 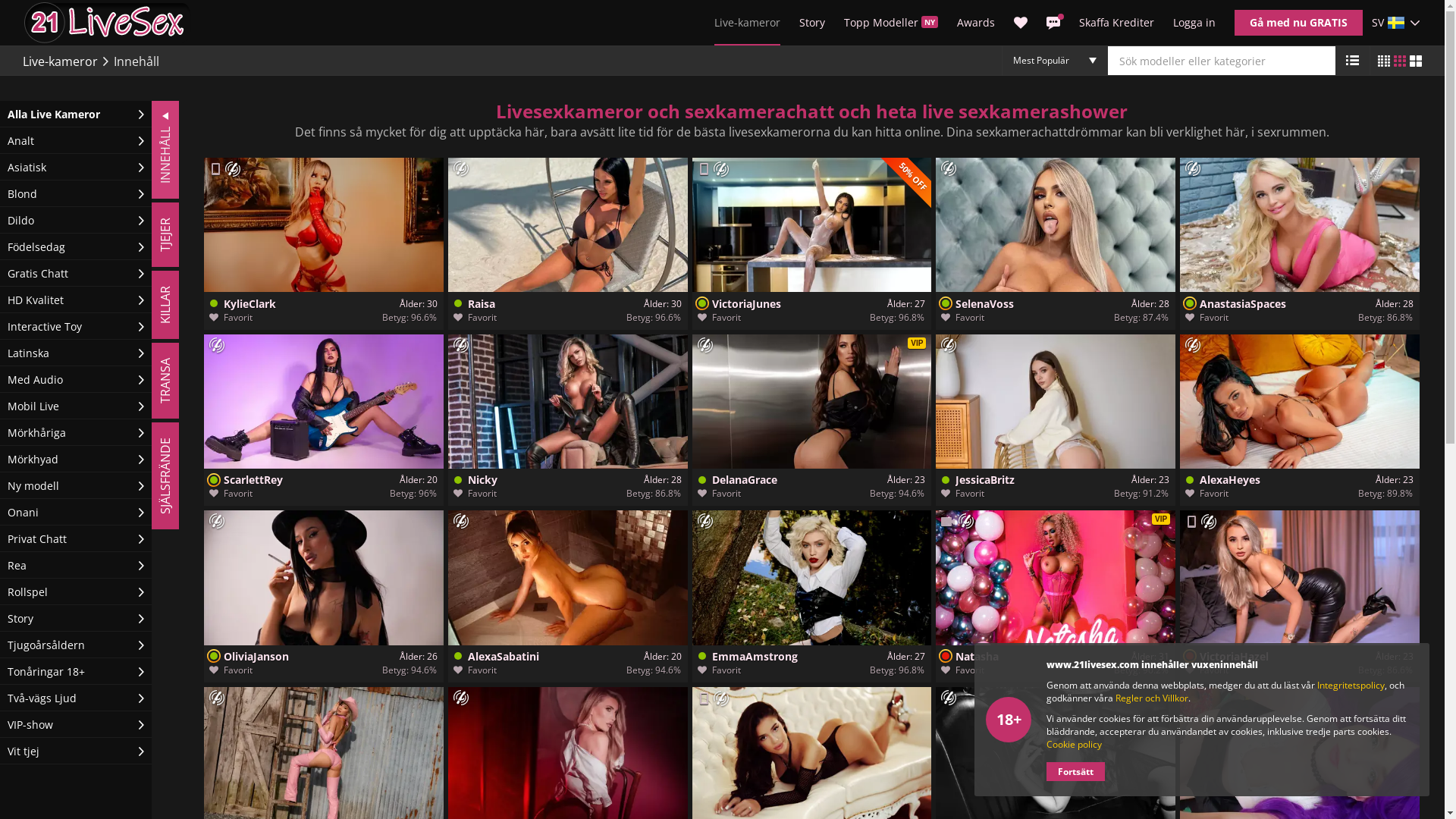 What do you see at coordinates (188, 356) in the screenshot?
I see `'TRANSA'` at bounding box center [188, 356].